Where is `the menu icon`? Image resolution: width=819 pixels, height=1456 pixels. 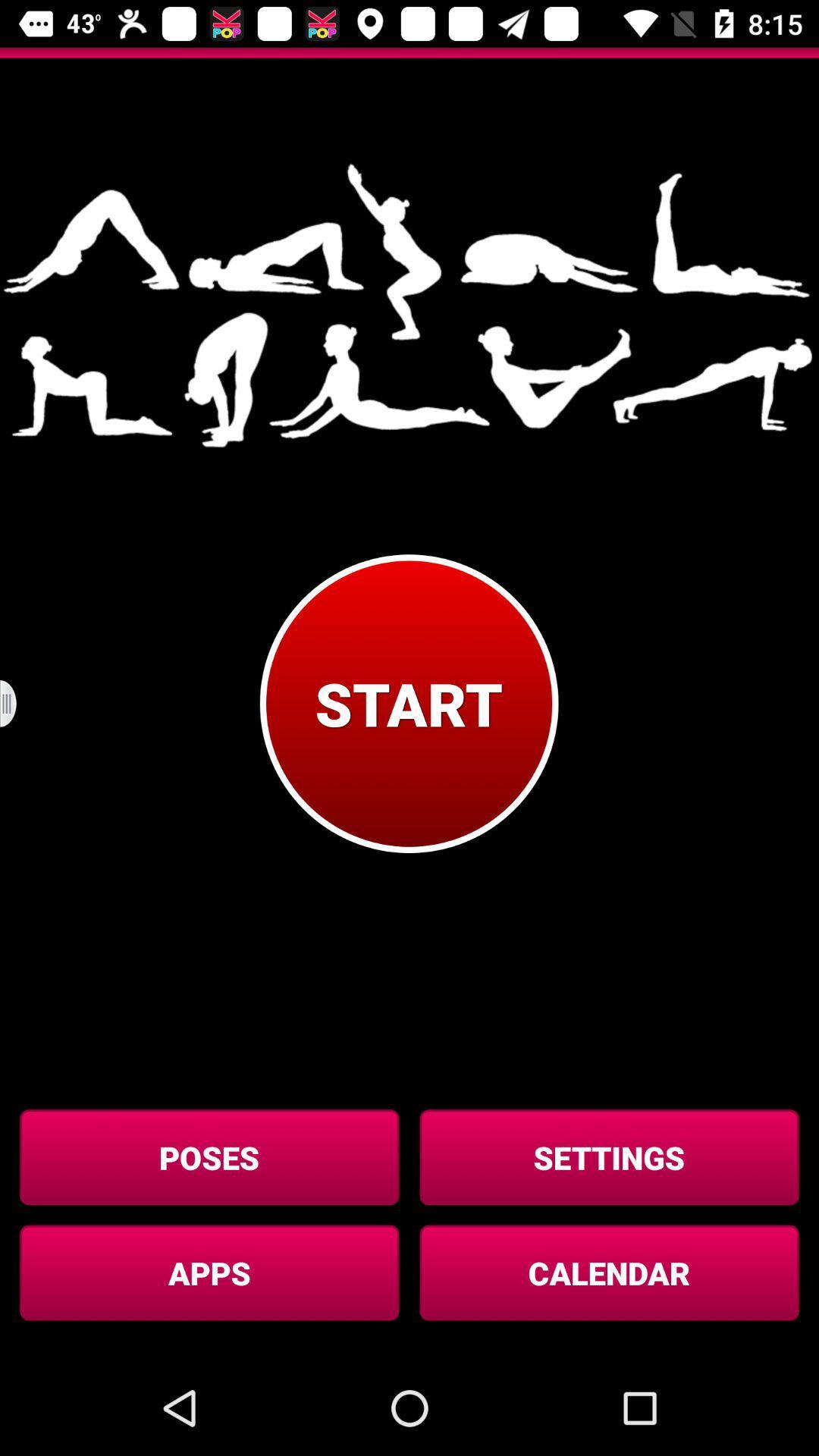
the menu icon is located at coordinates (17, 703).